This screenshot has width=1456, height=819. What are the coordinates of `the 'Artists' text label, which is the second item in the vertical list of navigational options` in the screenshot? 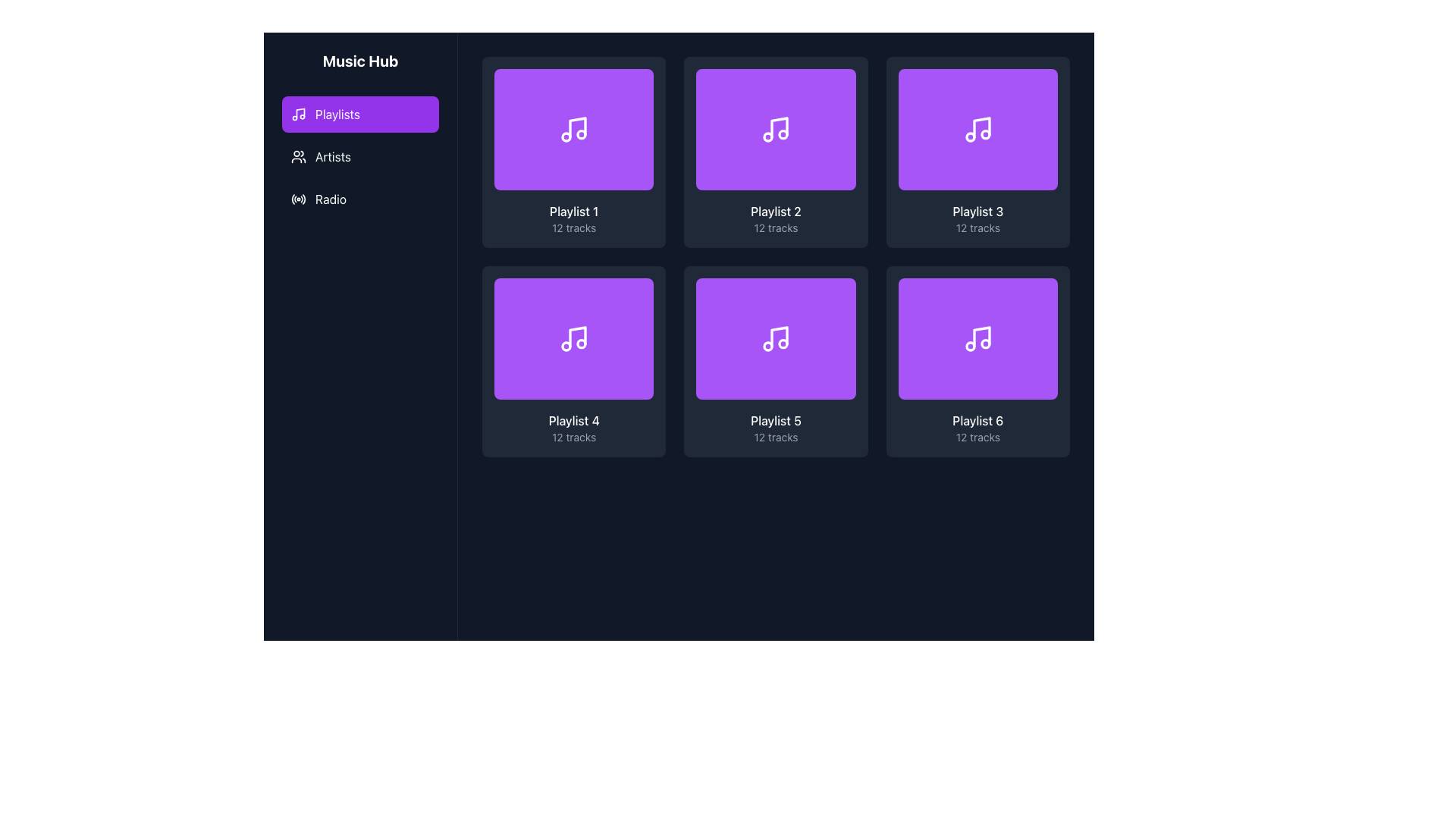 It's located at (332, 157).